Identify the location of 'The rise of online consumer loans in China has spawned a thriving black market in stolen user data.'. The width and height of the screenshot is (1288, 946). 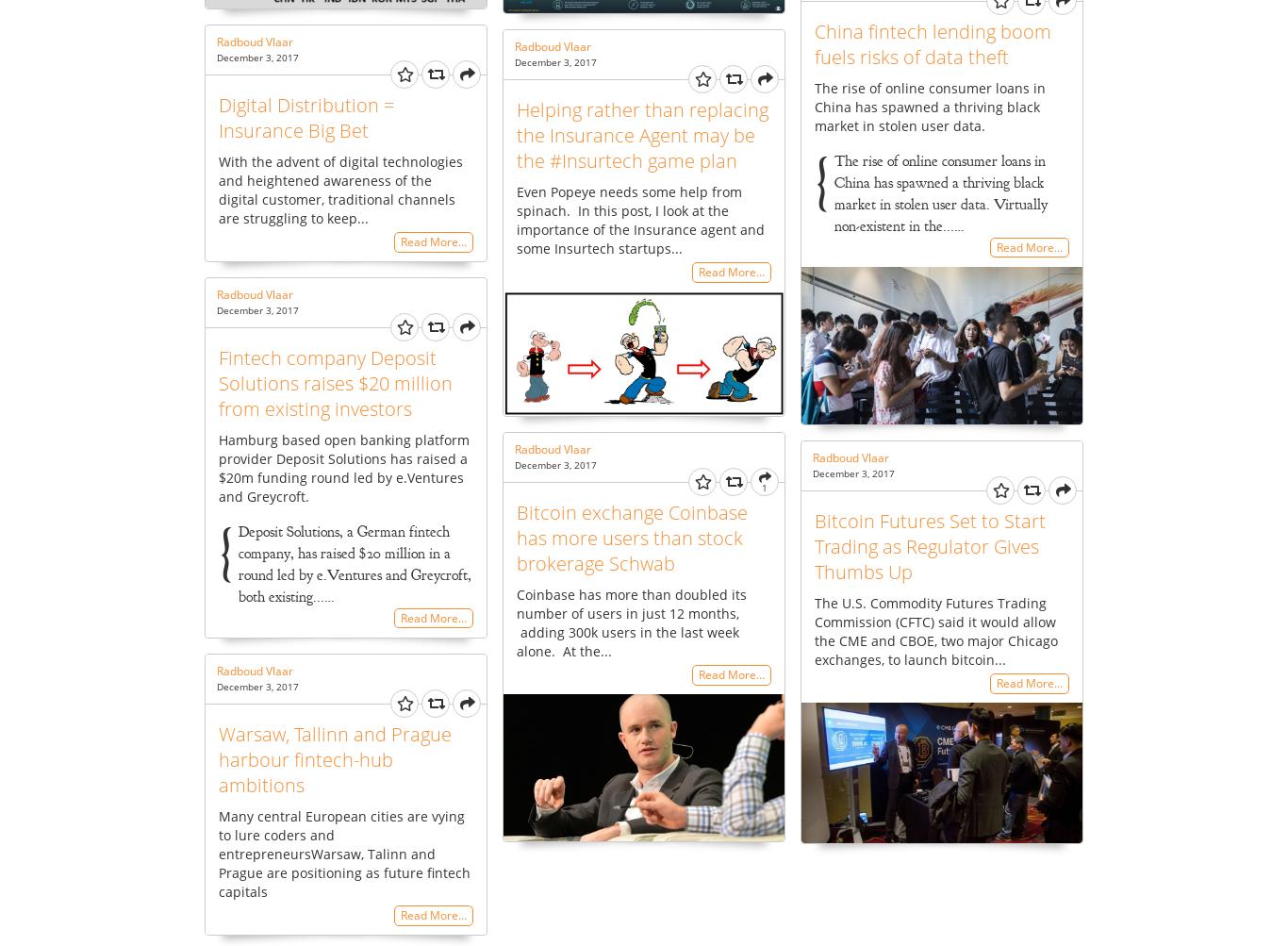
(930, 105).